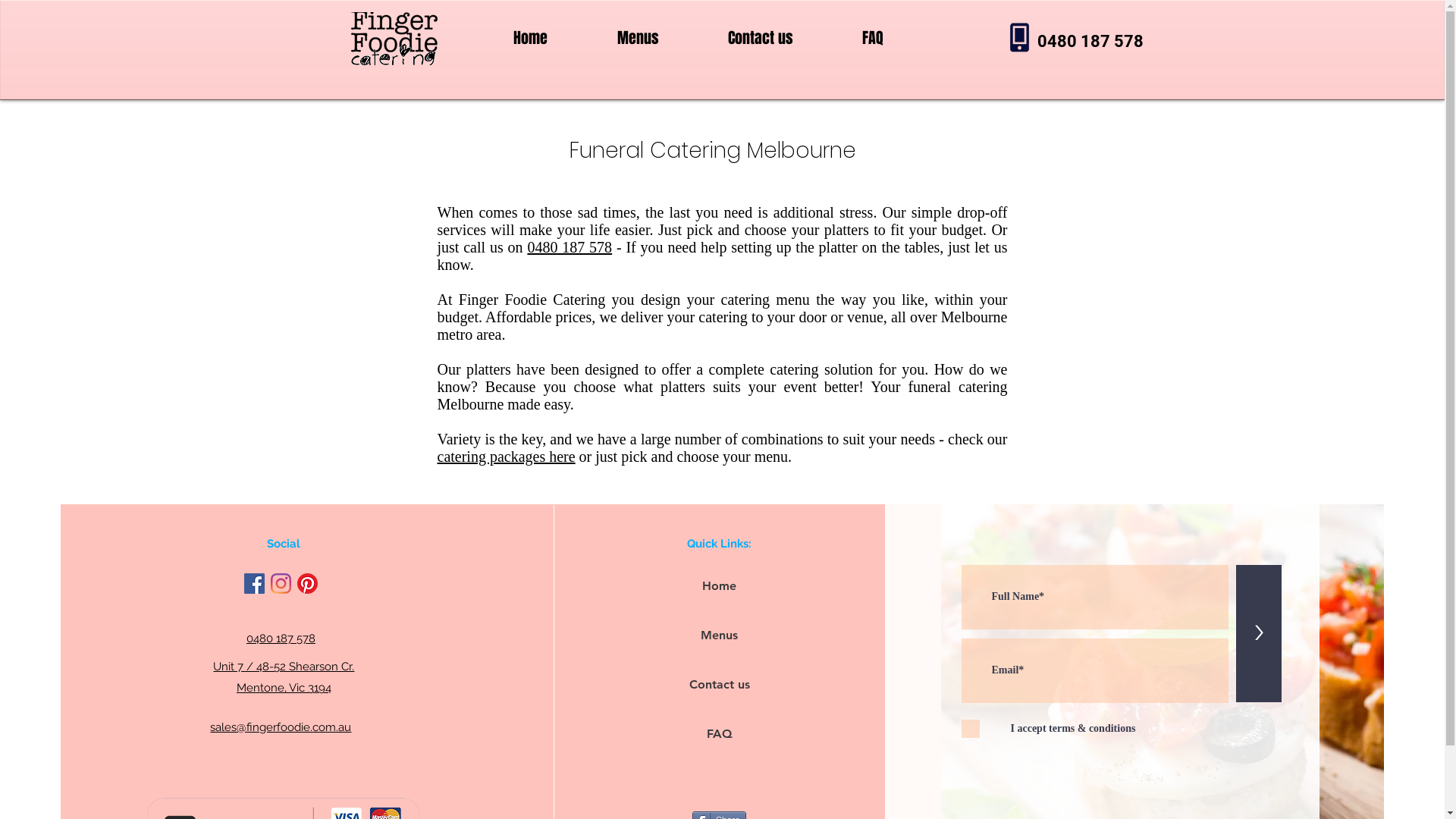  I want to click on 'FAQ', so click(873, 37).